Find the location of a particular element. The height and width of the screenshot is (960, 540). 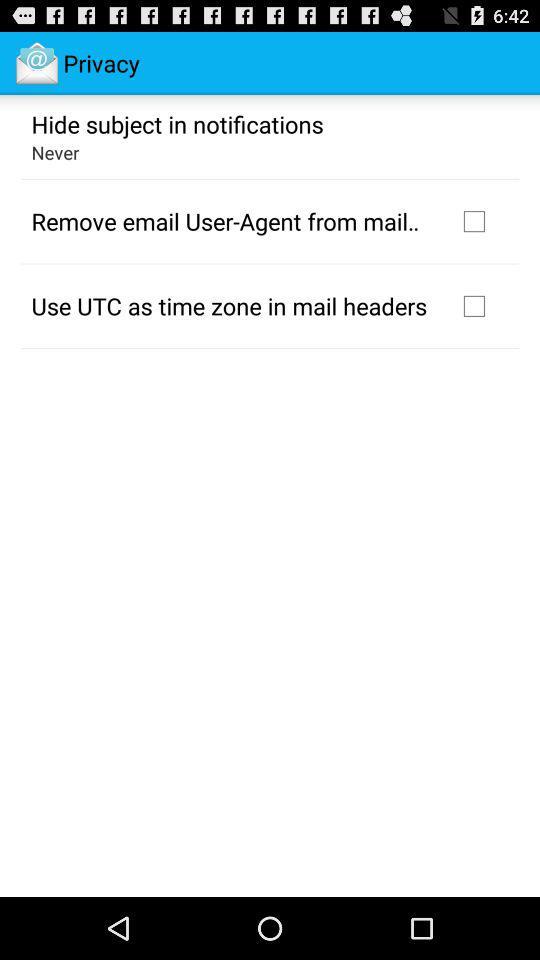

item below never app is located at coordinates (230, 221).